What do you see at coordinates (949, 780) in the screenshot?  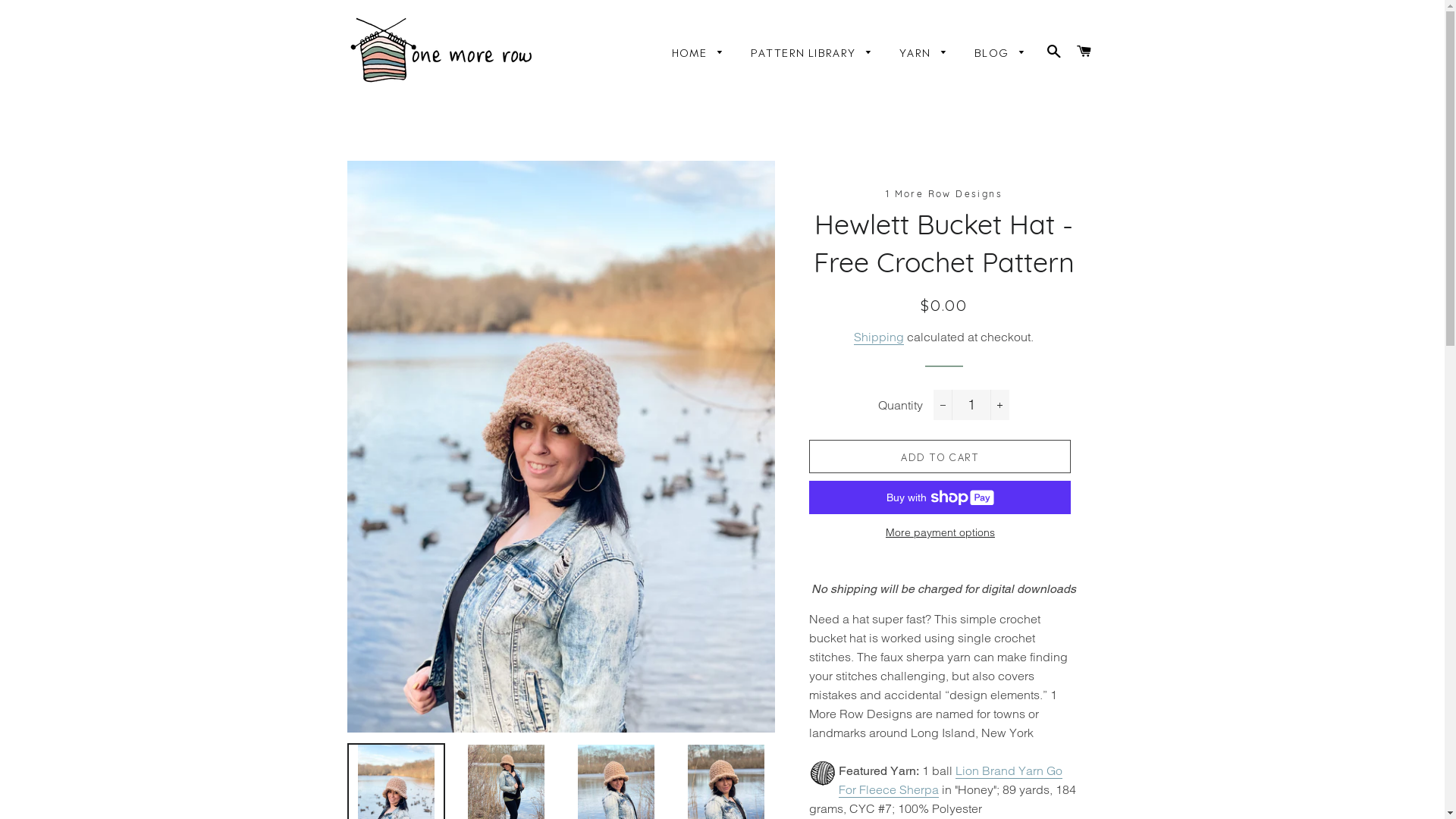 I see `'Lion Brand Yarn Go For Fleece Sherpa'` at bounding box center [949, 780].